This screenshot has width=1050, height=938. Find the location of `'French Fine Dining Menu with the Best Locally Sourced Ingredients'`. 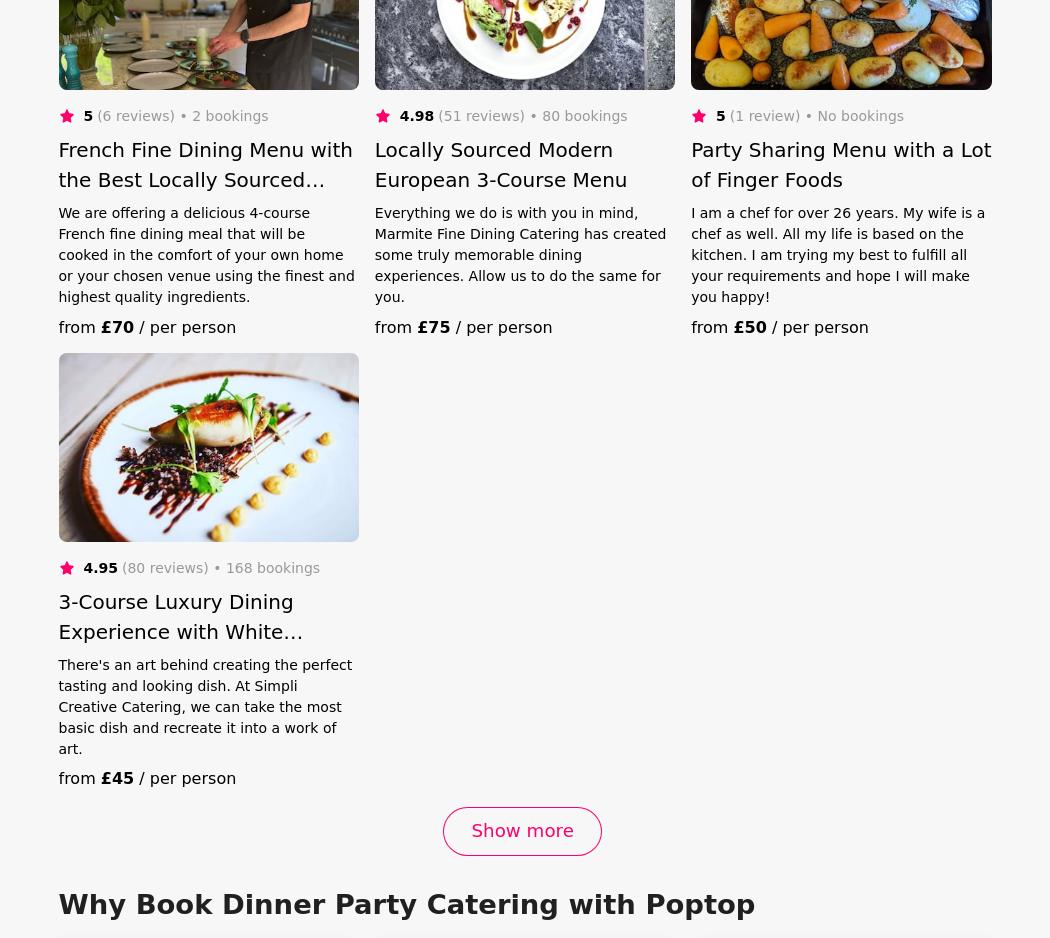

'French Fine Dining Menu with the Best Locally Sourced Ingredients' is located at coordinates (203, 177).